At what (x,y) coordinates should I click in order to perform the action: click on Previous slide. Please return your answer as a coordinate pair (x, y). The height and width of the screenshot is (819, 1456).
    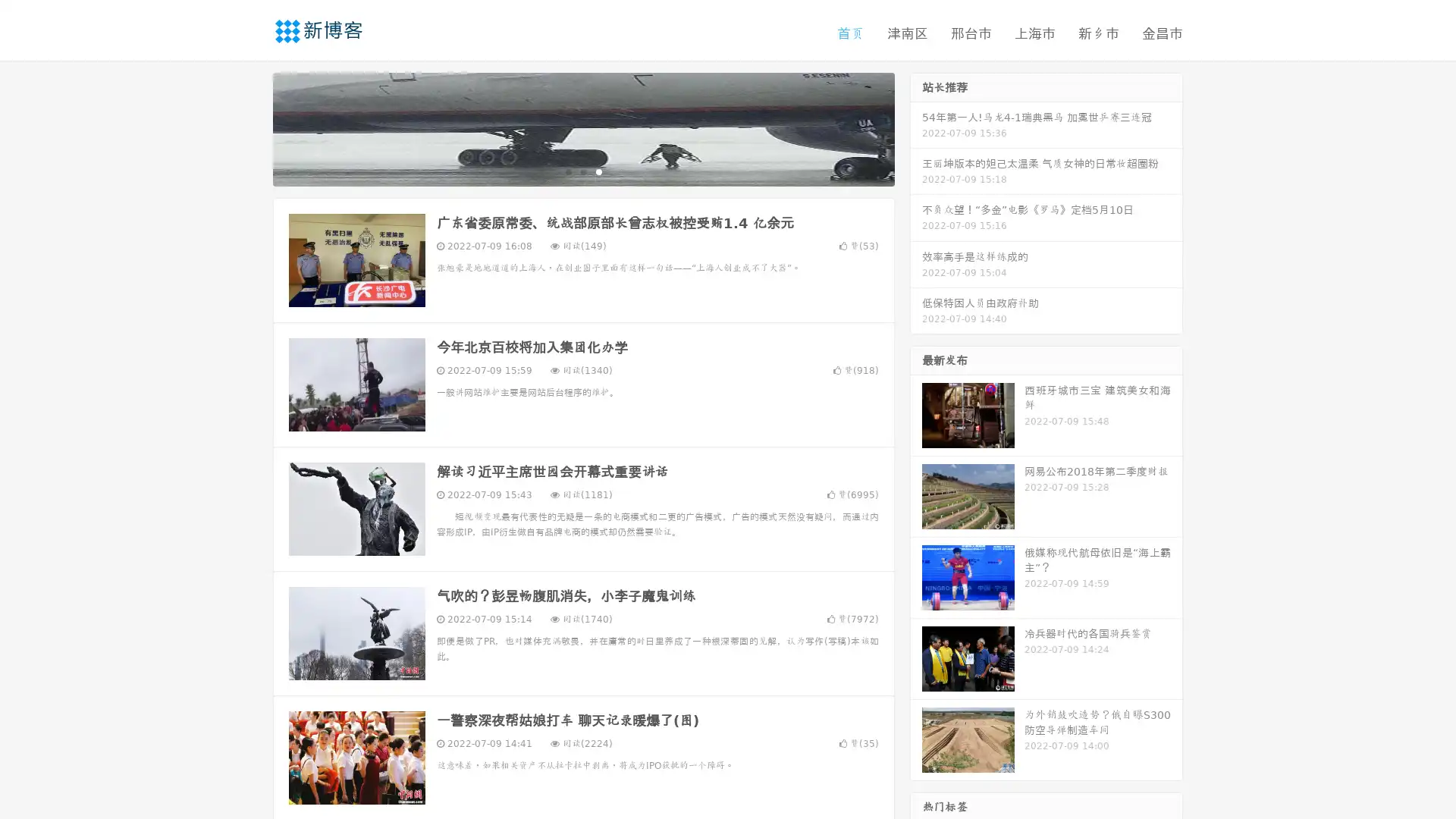
    Looking at the image, I should click on (250, 127).